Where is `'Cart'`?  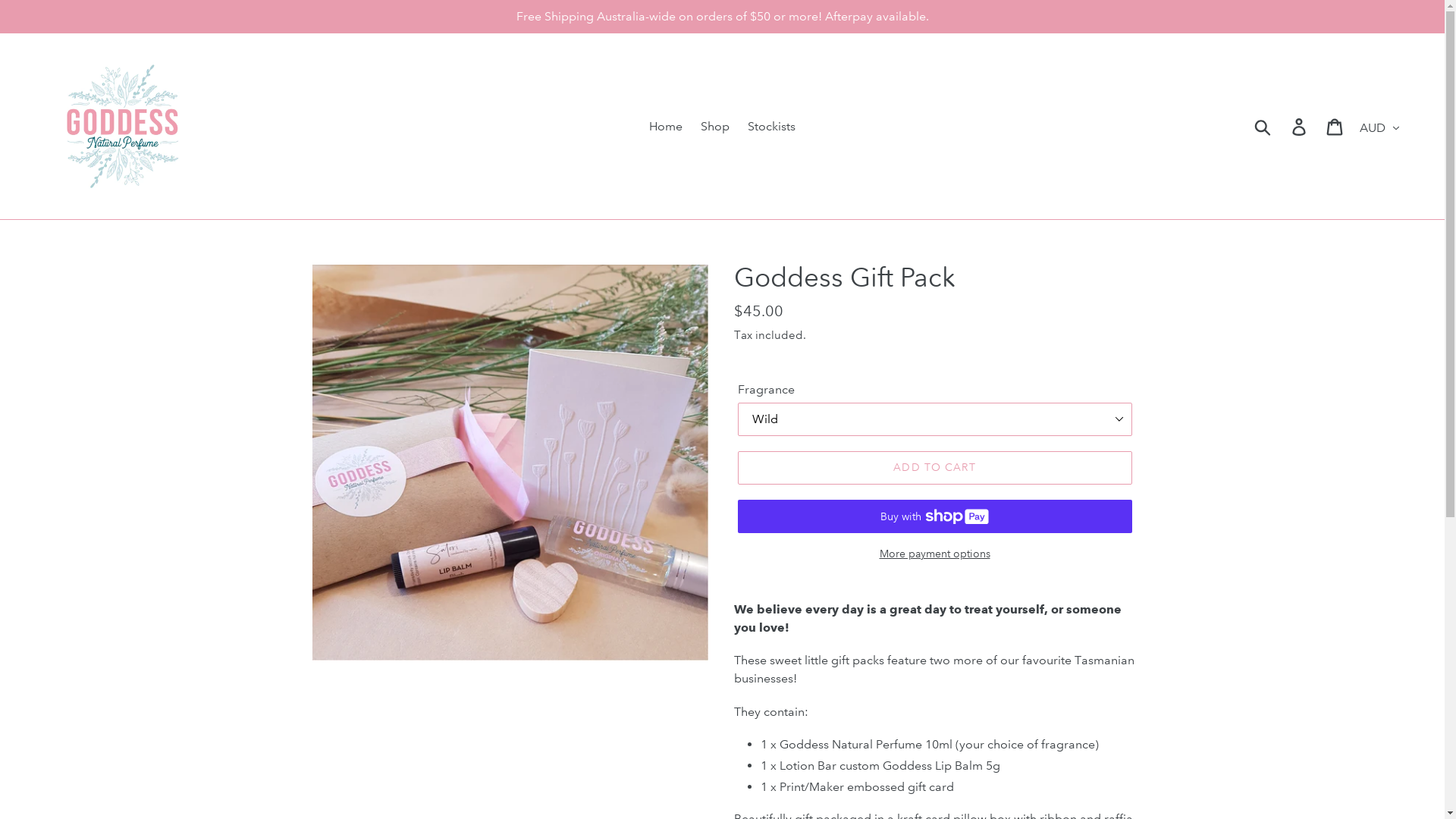
'Cart' is located at coordinates (1335, 125).